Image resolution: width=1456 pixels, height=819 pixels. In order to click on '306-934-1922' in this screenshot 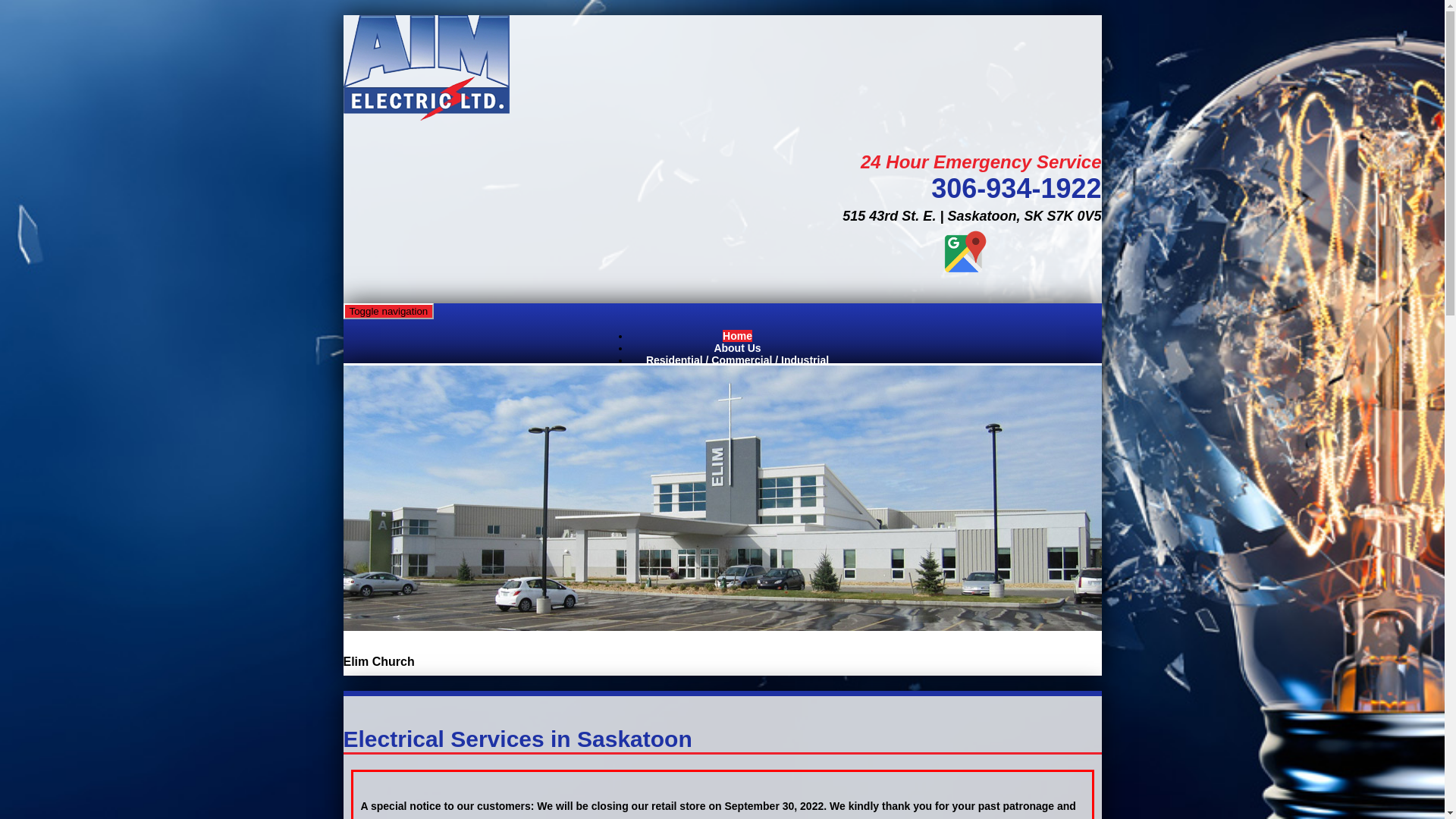, I will do `click(1015, 187)`.